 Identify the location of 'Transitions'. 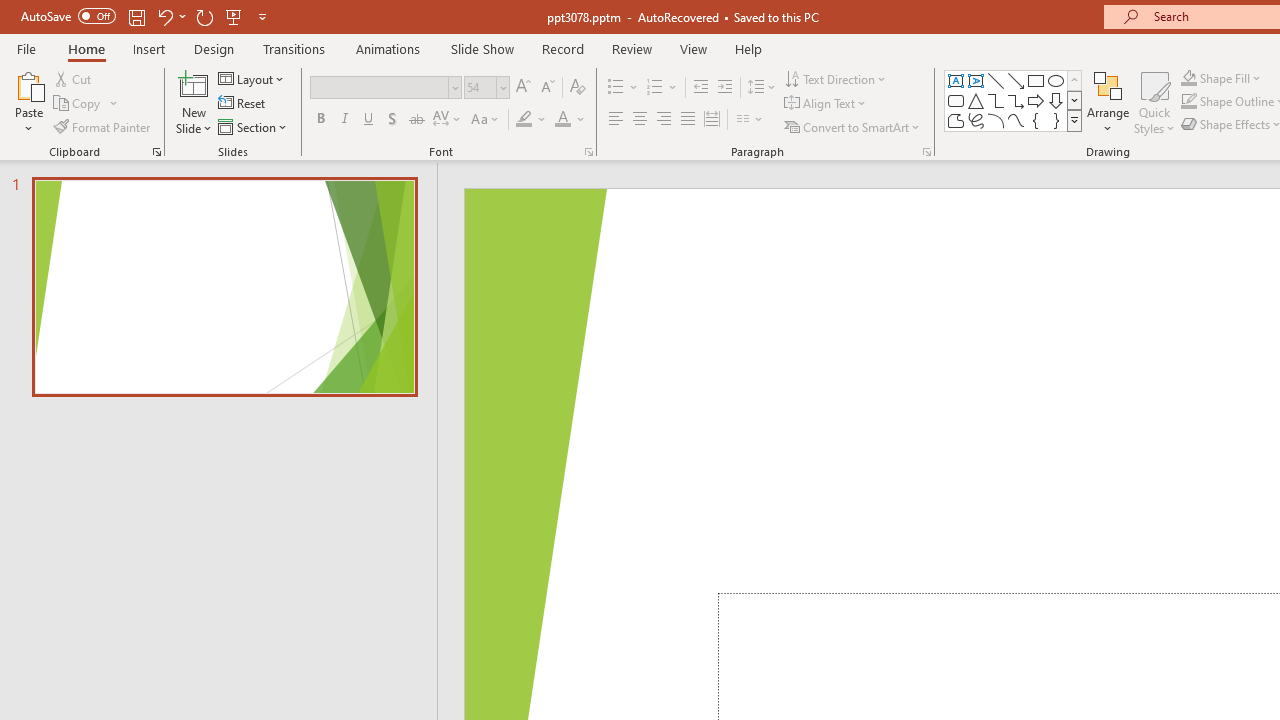
(294, 48).